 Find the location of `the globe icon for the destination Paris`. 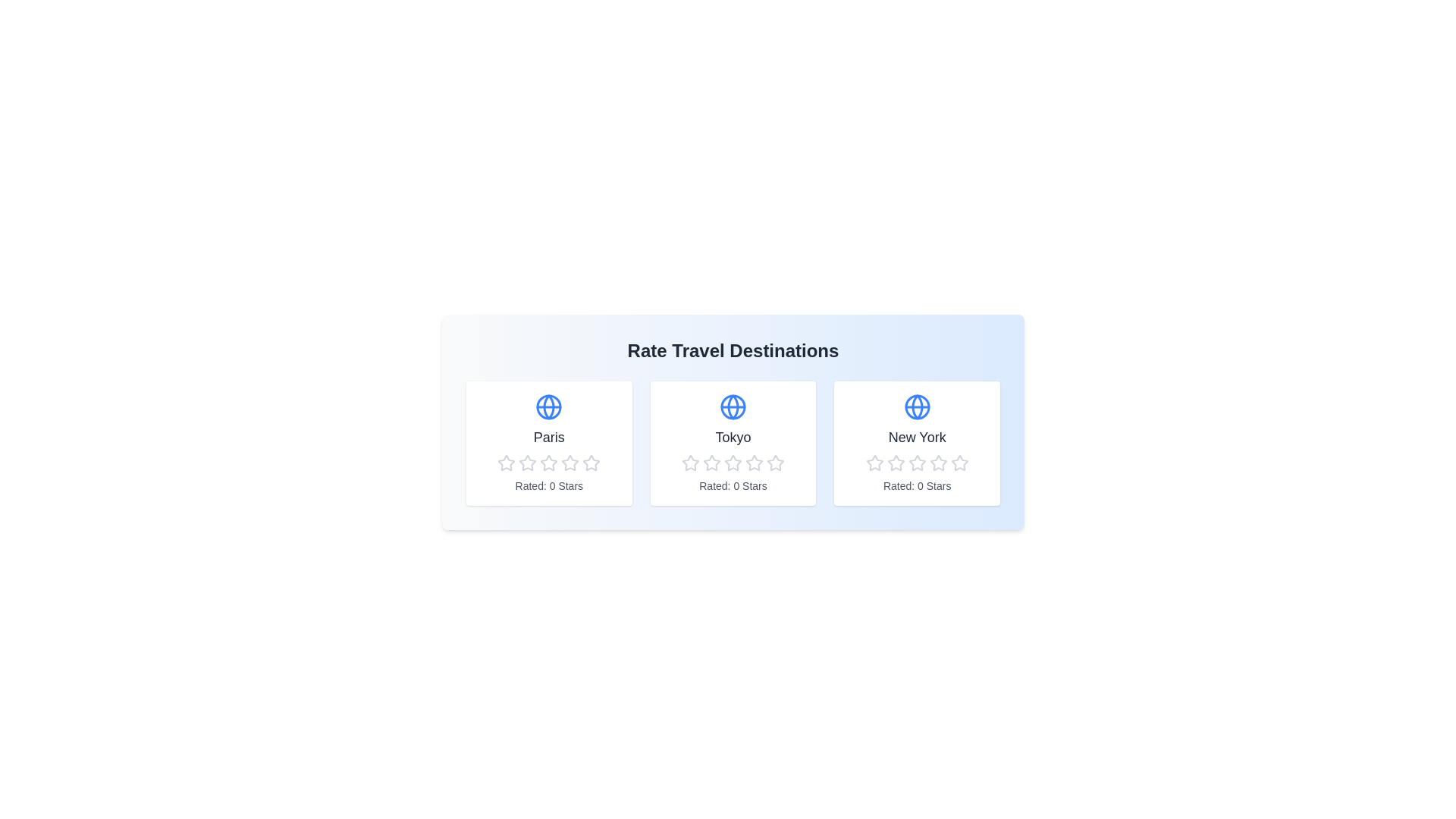

the globe icon for the destination Paris is located at coordinates (548, 406).